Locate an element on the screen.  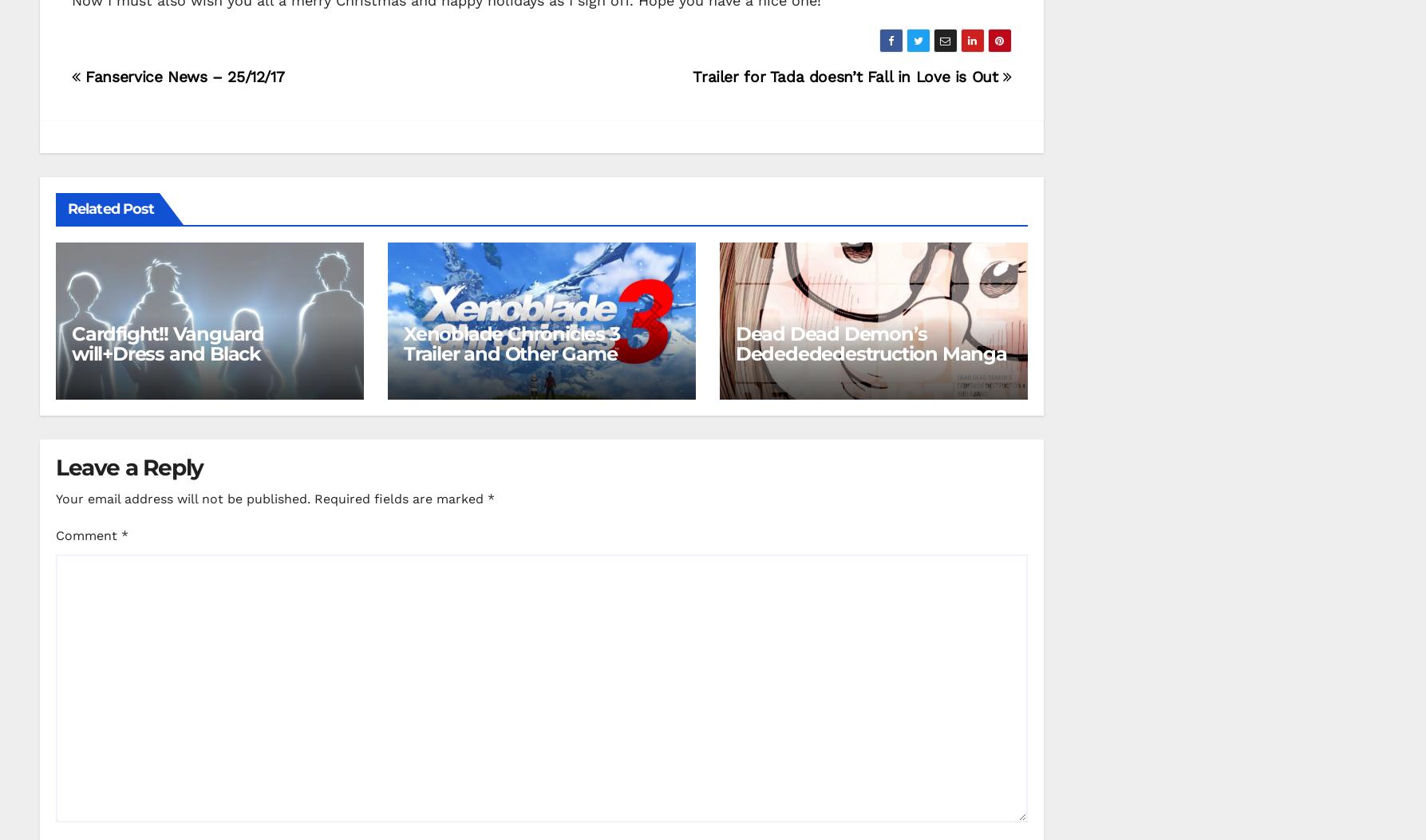
'Fanservice News – 25/12/17' is located at coordinates (181, 75).